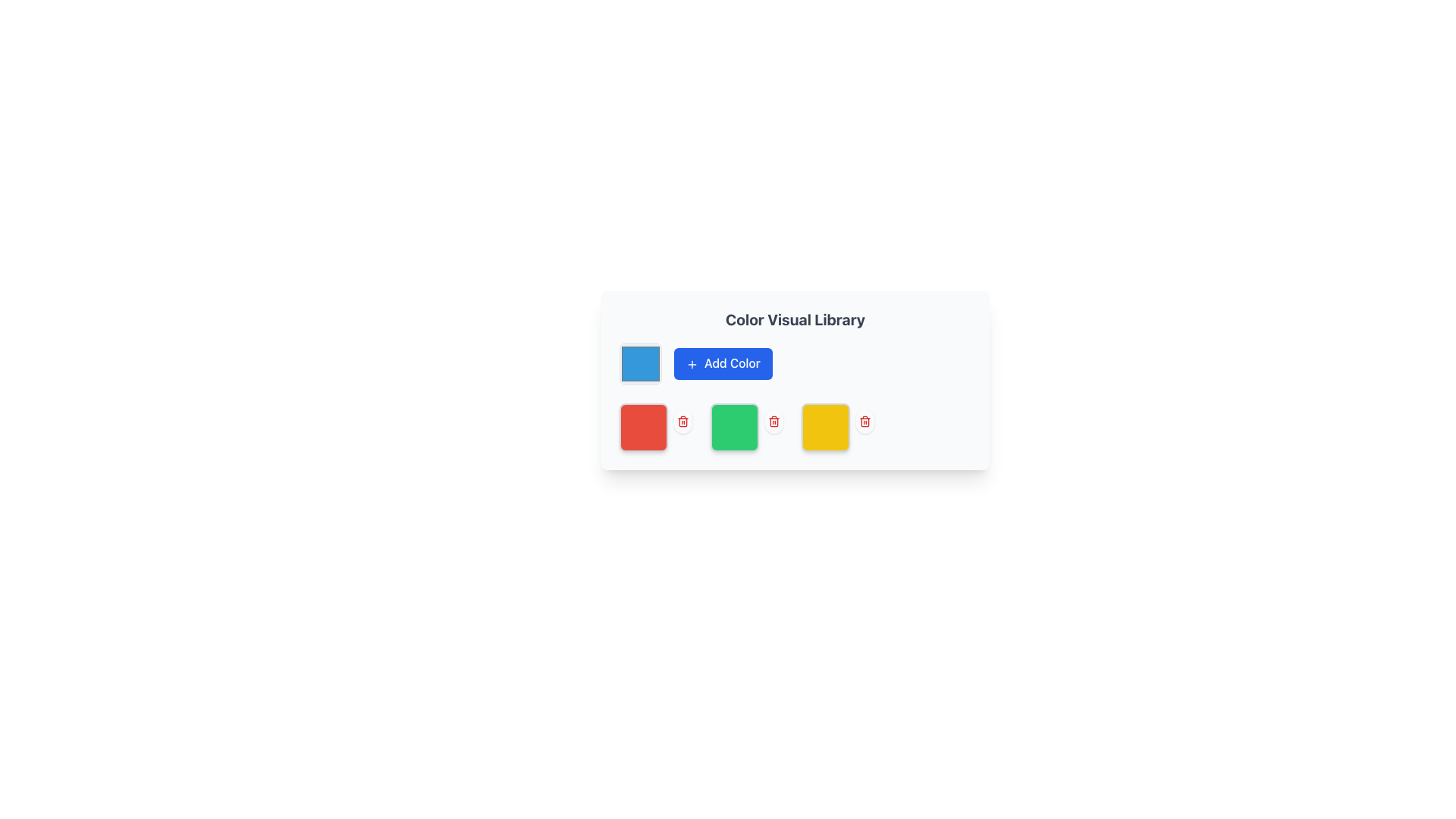  Describe the element at coordinates (839, 427) in the screenshot. I see `the yellow color swatch located in the bottom right corner of the grid` at that location.